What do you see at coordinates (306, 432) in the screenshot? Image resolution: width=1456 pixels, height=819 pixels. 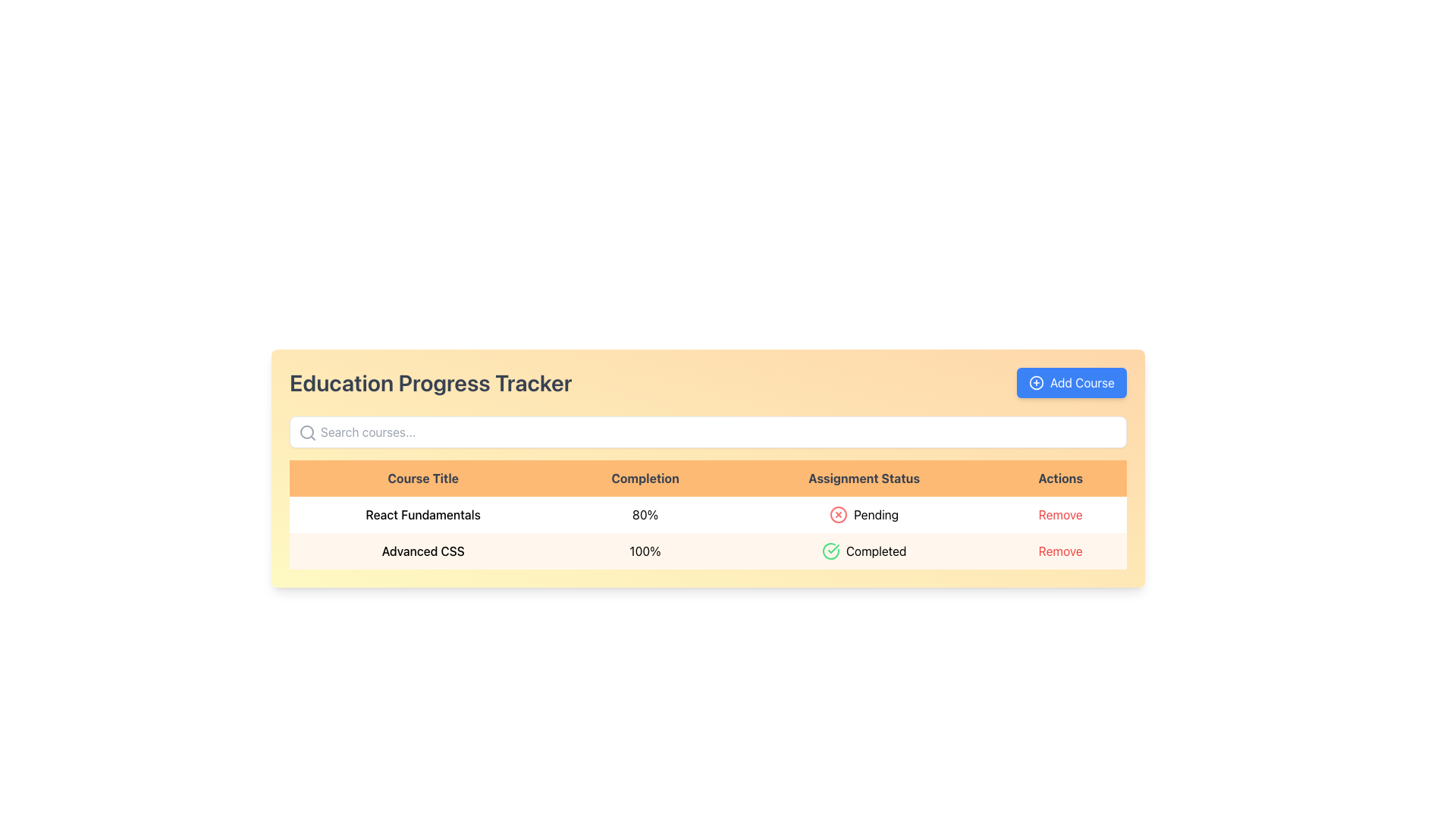 I see `the circular element of the search icon, which represents the search functionality in the upper-left area of the search bar beneath the title 'Education Progress Tracker'` at bounding box center [306, 432].